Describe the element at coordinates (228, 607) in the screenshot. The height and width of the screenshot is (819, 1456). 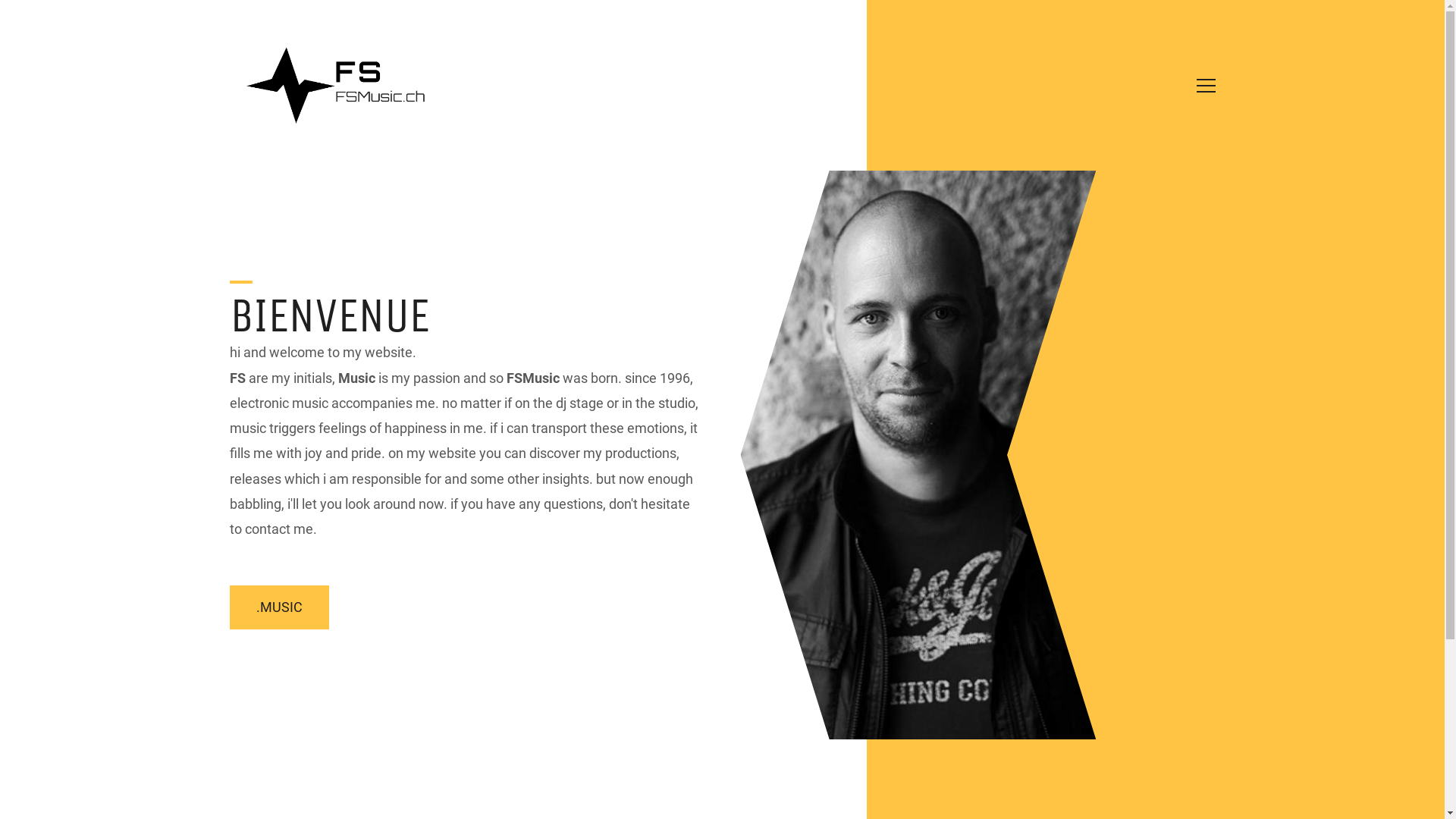
I see `'.MUSIC'` at that location.